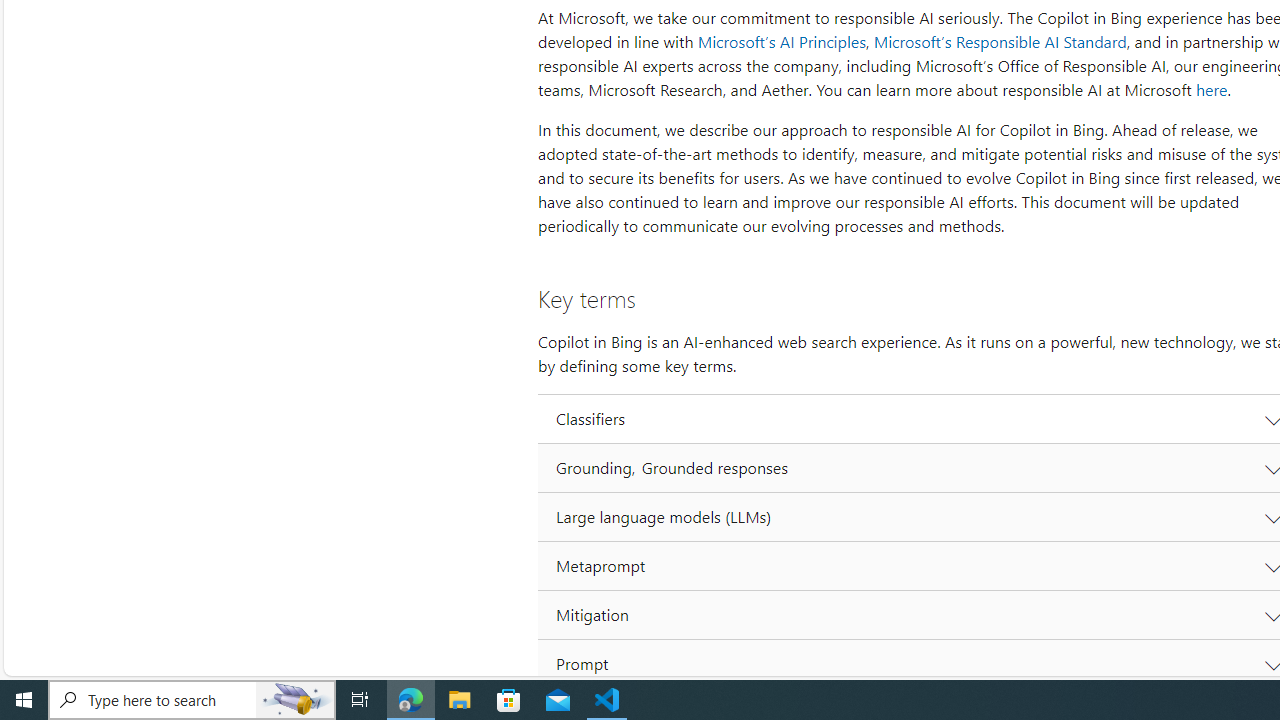 The height and width of the screenshot is (720, 1280). I want to click on 'here', so click(1210, 90).